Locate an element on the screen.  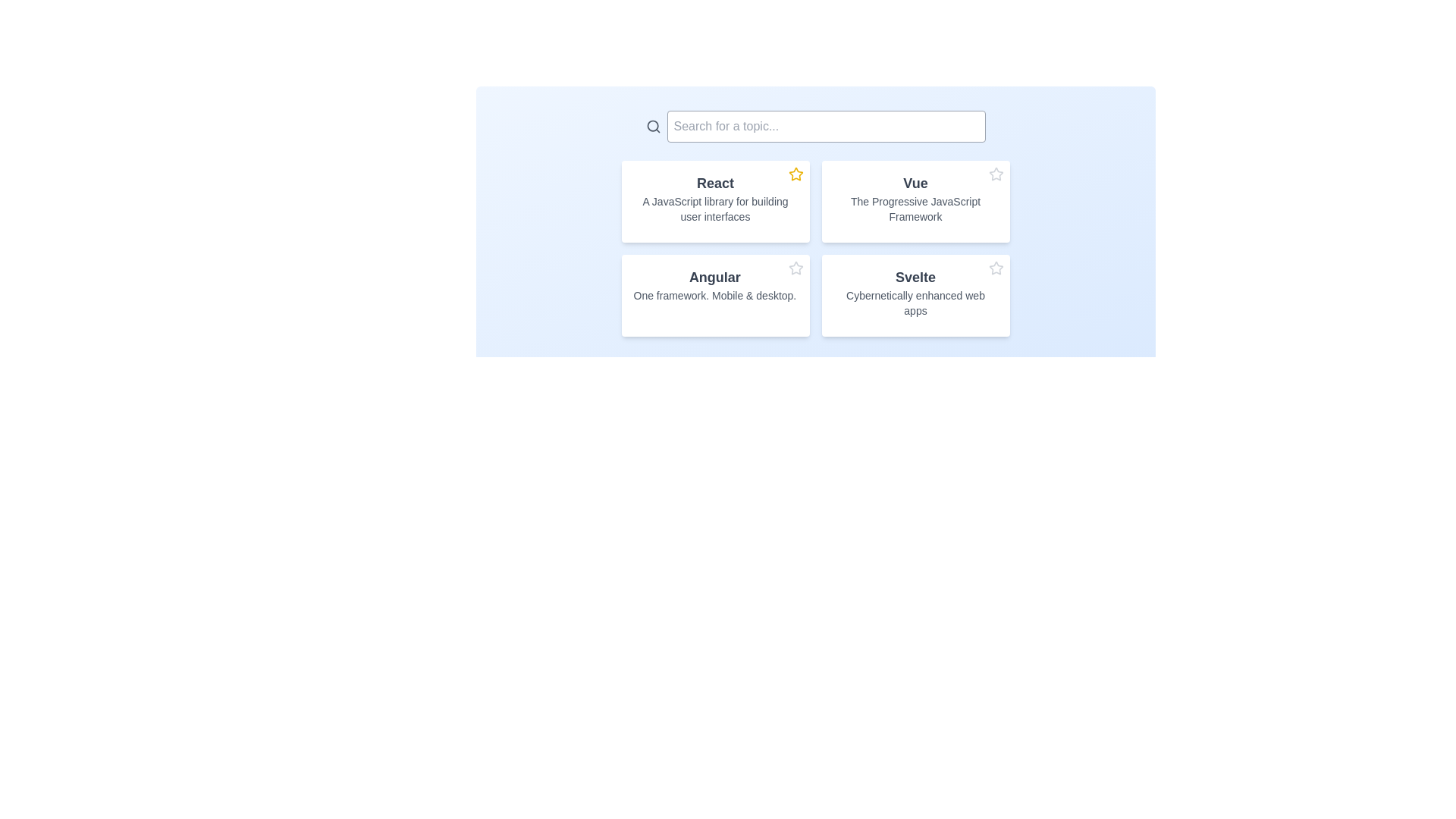
the text label that serves as the title or header for the second card in the top row of the 2x2 grid layout is located at coordinates (915, 183).